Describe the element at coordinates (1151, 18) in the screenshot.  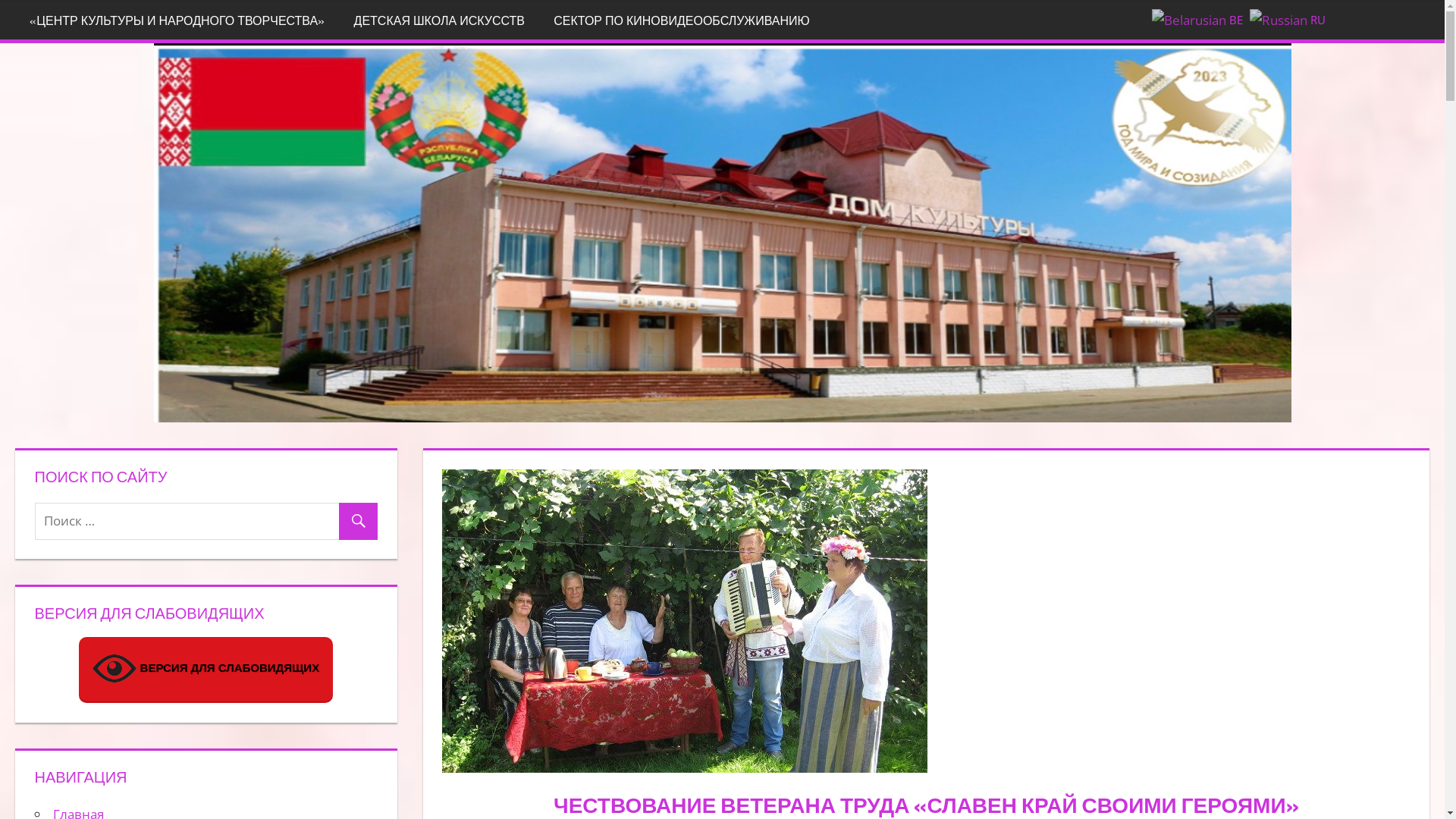
I see `'BE'` at that location.